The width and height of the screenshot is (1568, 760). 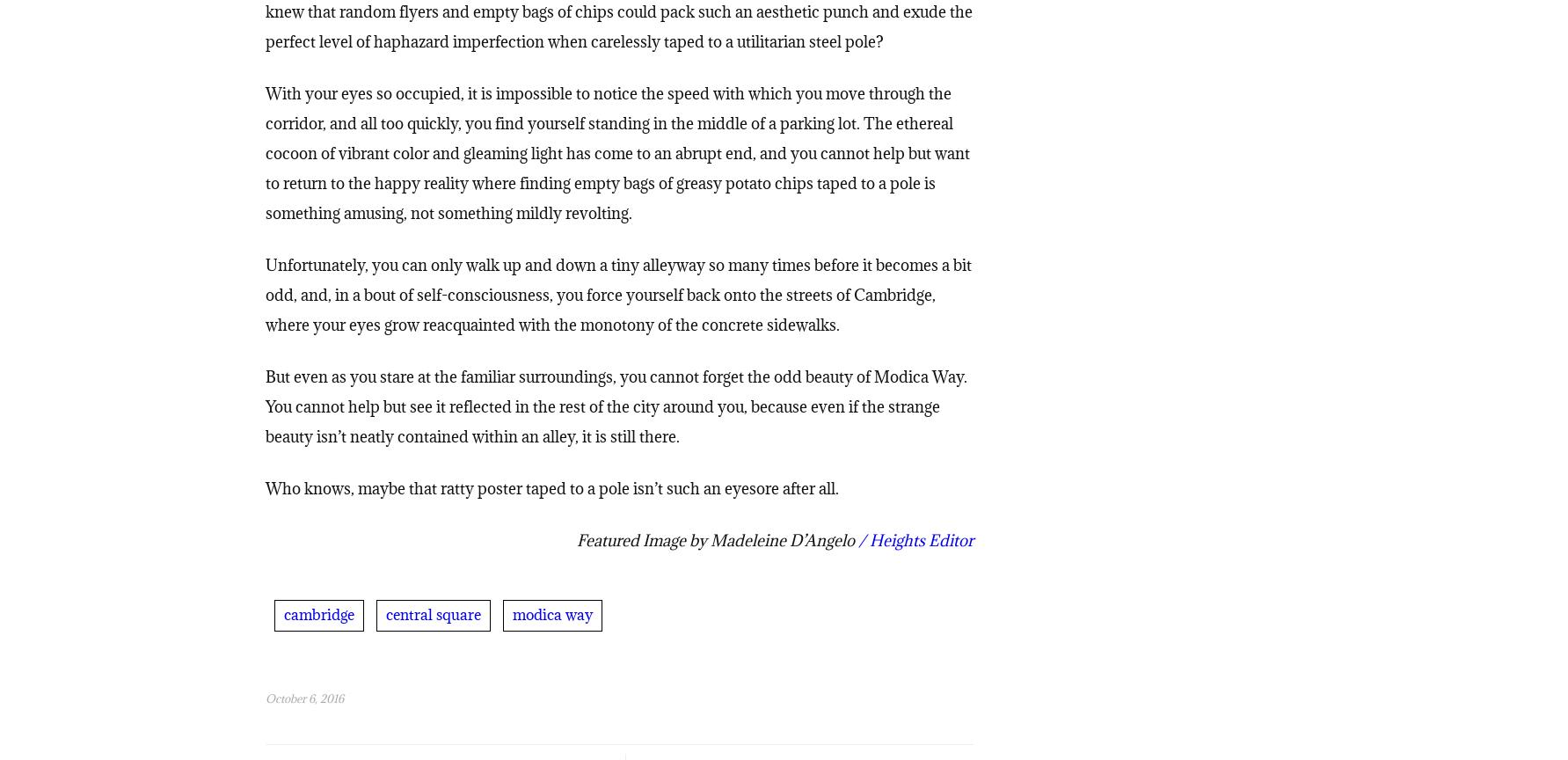 I want to click on 'But even as you stare at the familiar surroundings, you cannot forget the odd beauty of Modica Way. You cannot help but see it reflected in the rest of the city around you, because even if the strange beauty isn’t neatly contained within an alley, it is still there.', so click(x=615, y=410).